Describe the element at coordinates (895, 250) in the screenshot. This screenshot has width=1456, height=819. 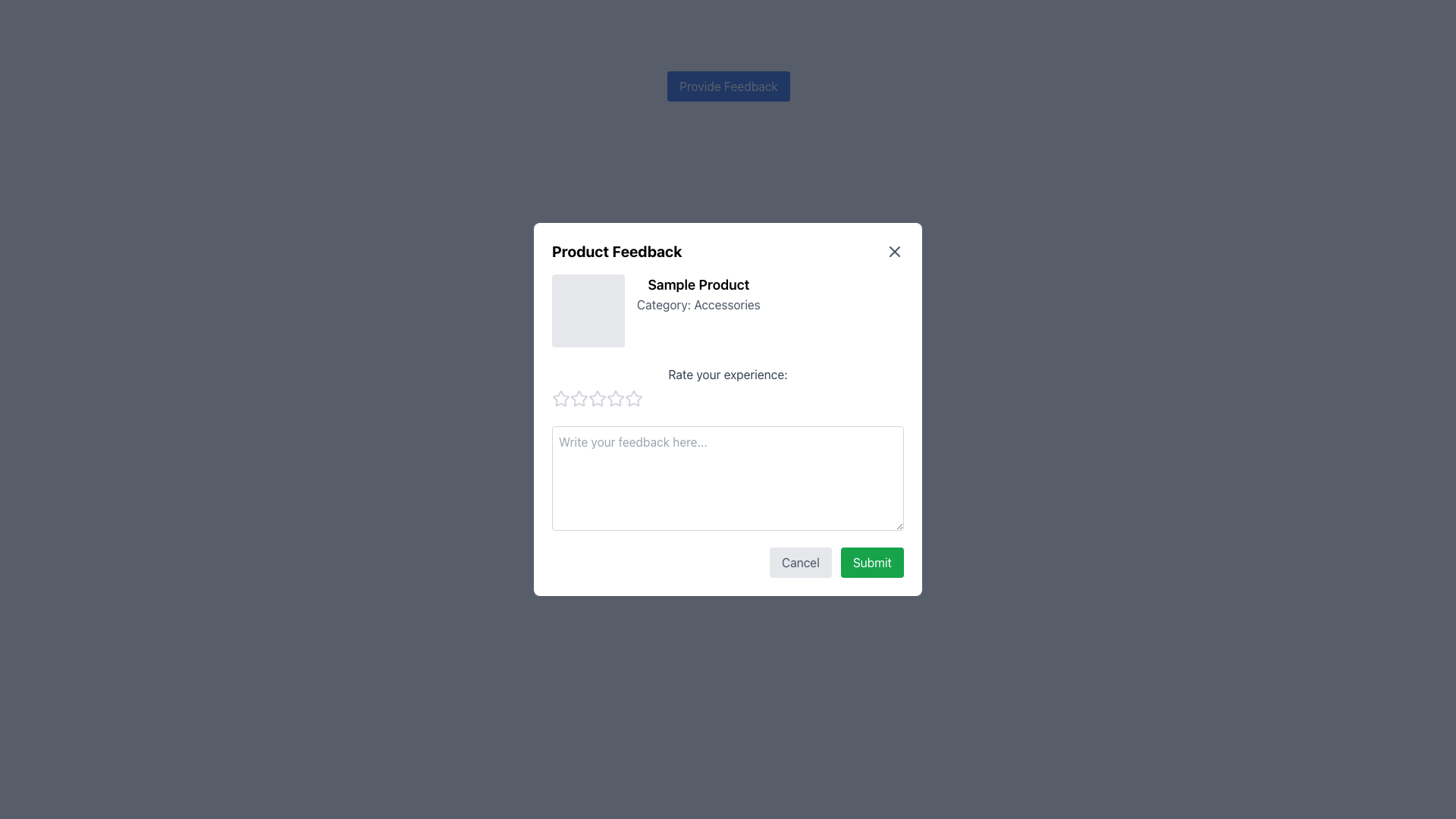
I see `the close button located in the top-right corner of the dialog box` at that location.